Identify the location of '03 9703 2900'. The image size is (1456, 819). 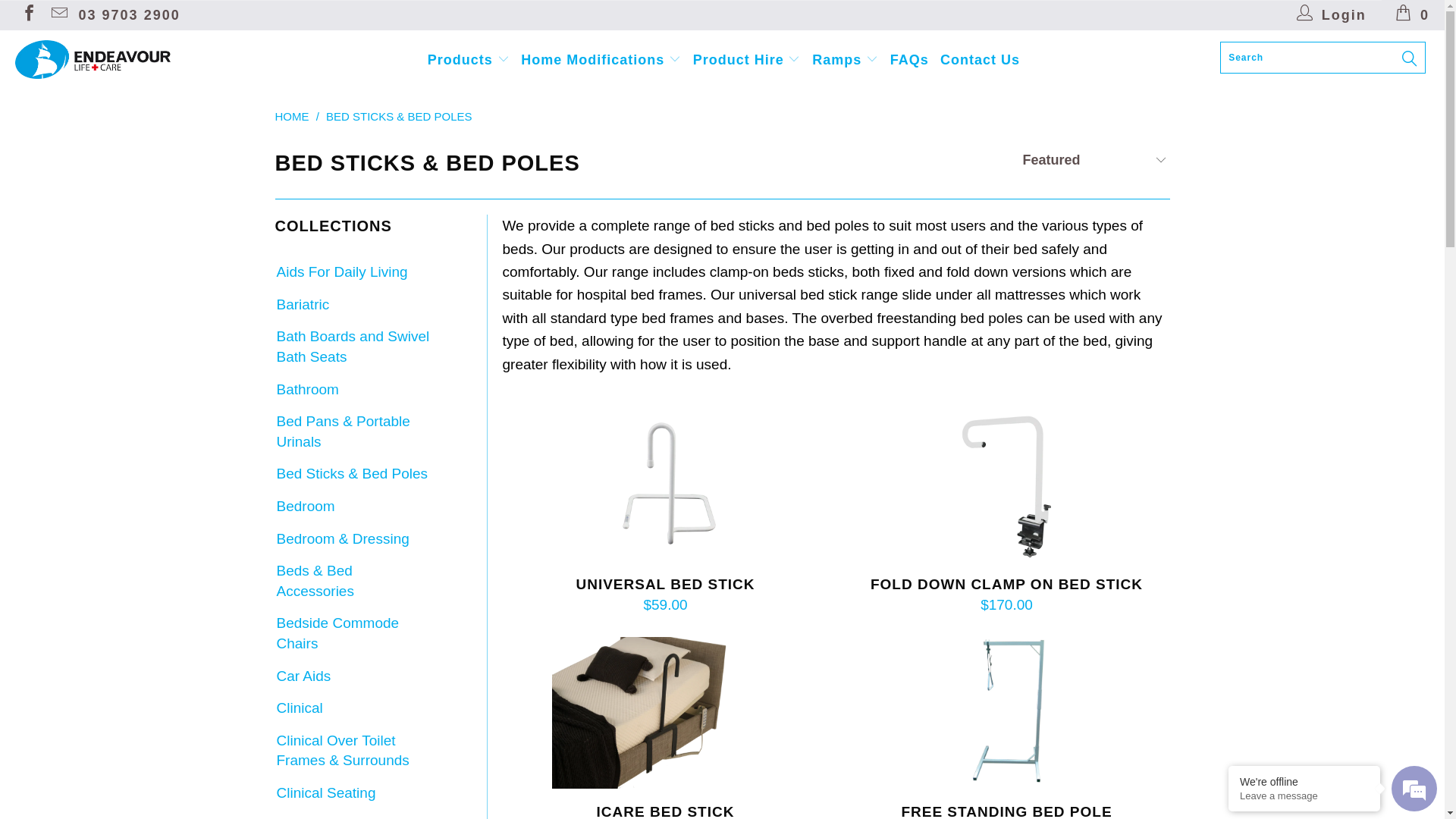
(130, 14).